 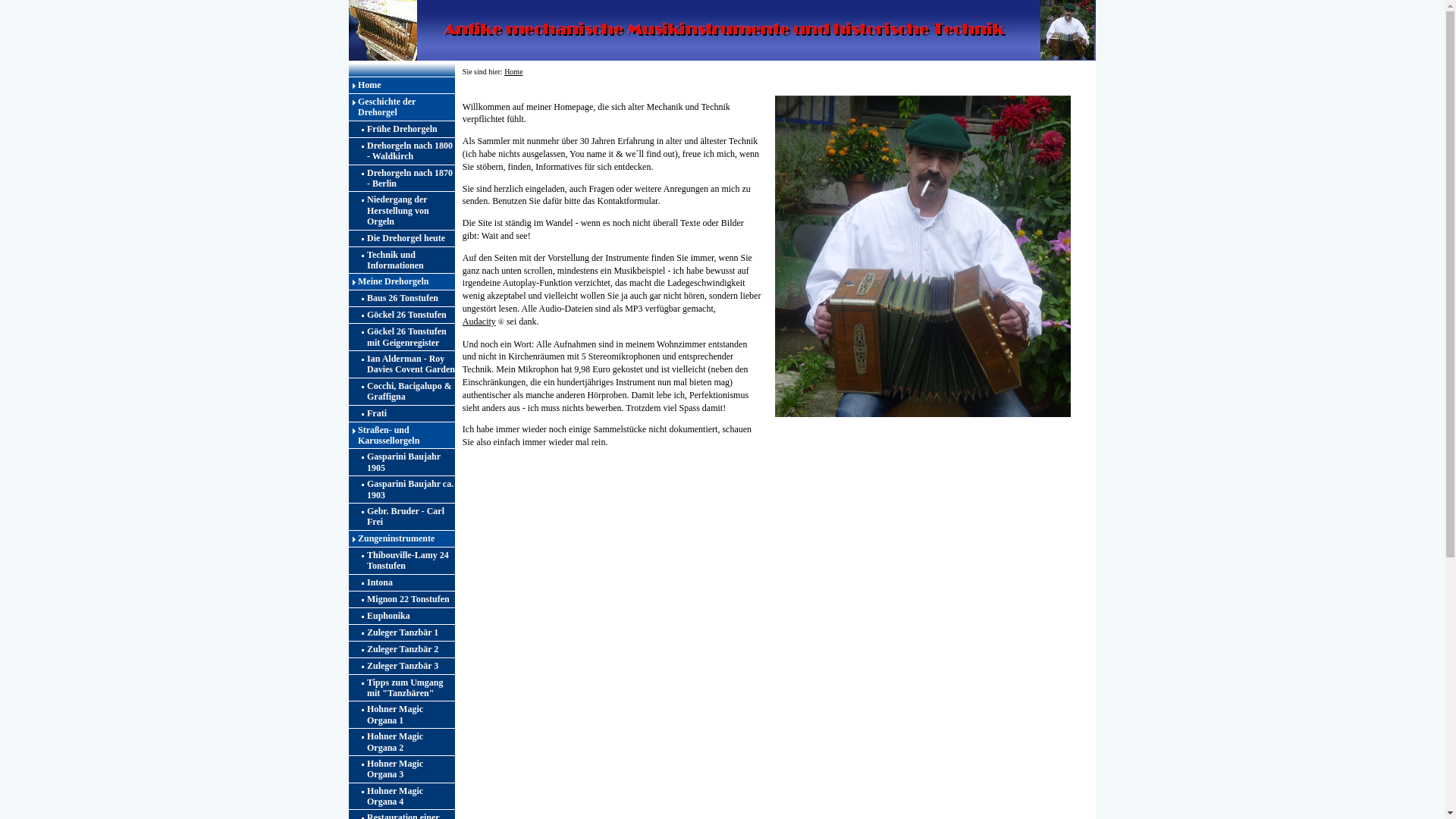 I want to click on 'Intona', so click(x=401, y=582).